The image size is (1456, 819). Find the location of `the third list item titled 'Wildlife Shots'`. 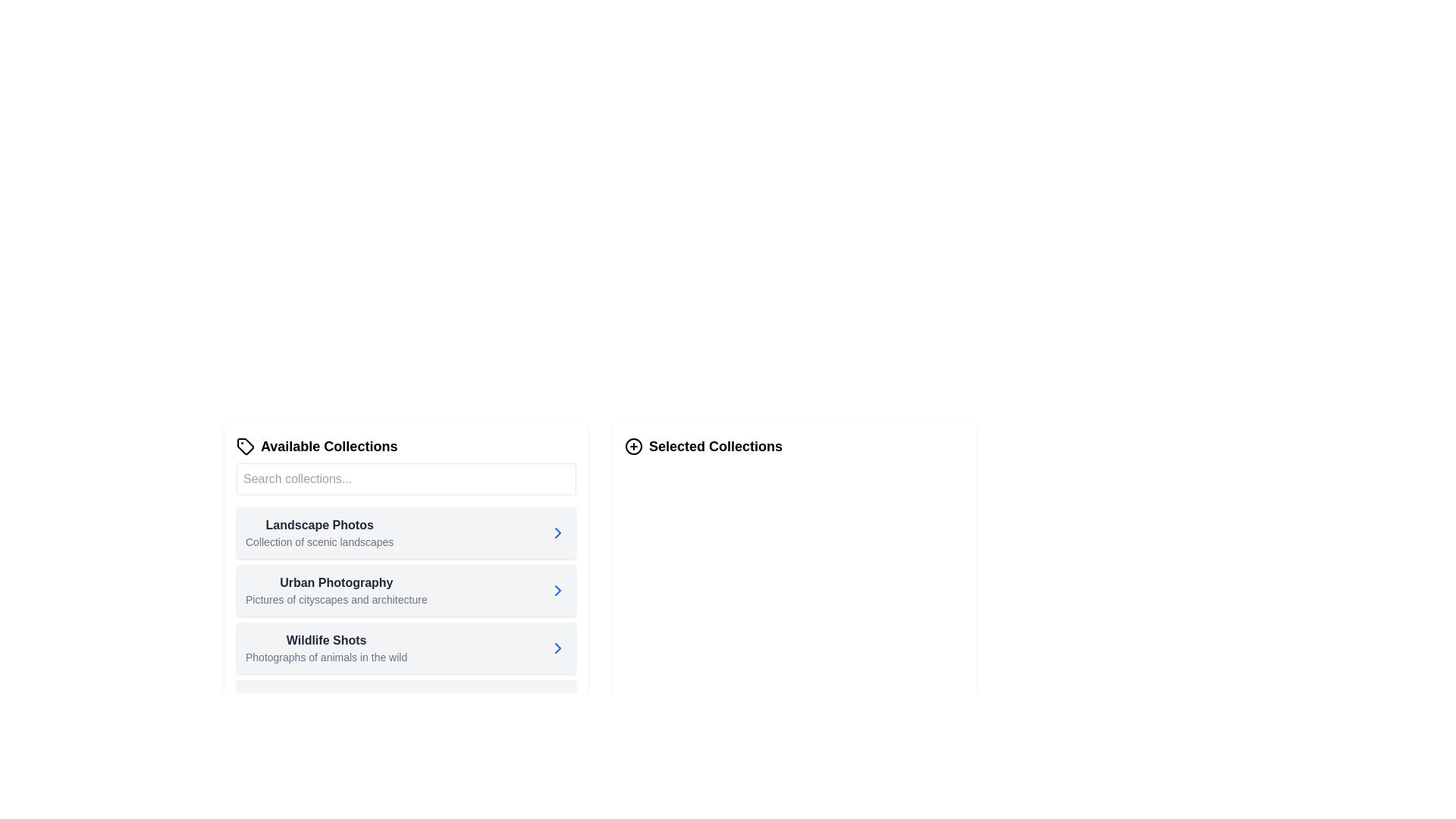

the third list item titled 'Wildlife Shots' is located at coordinates (406, 648).